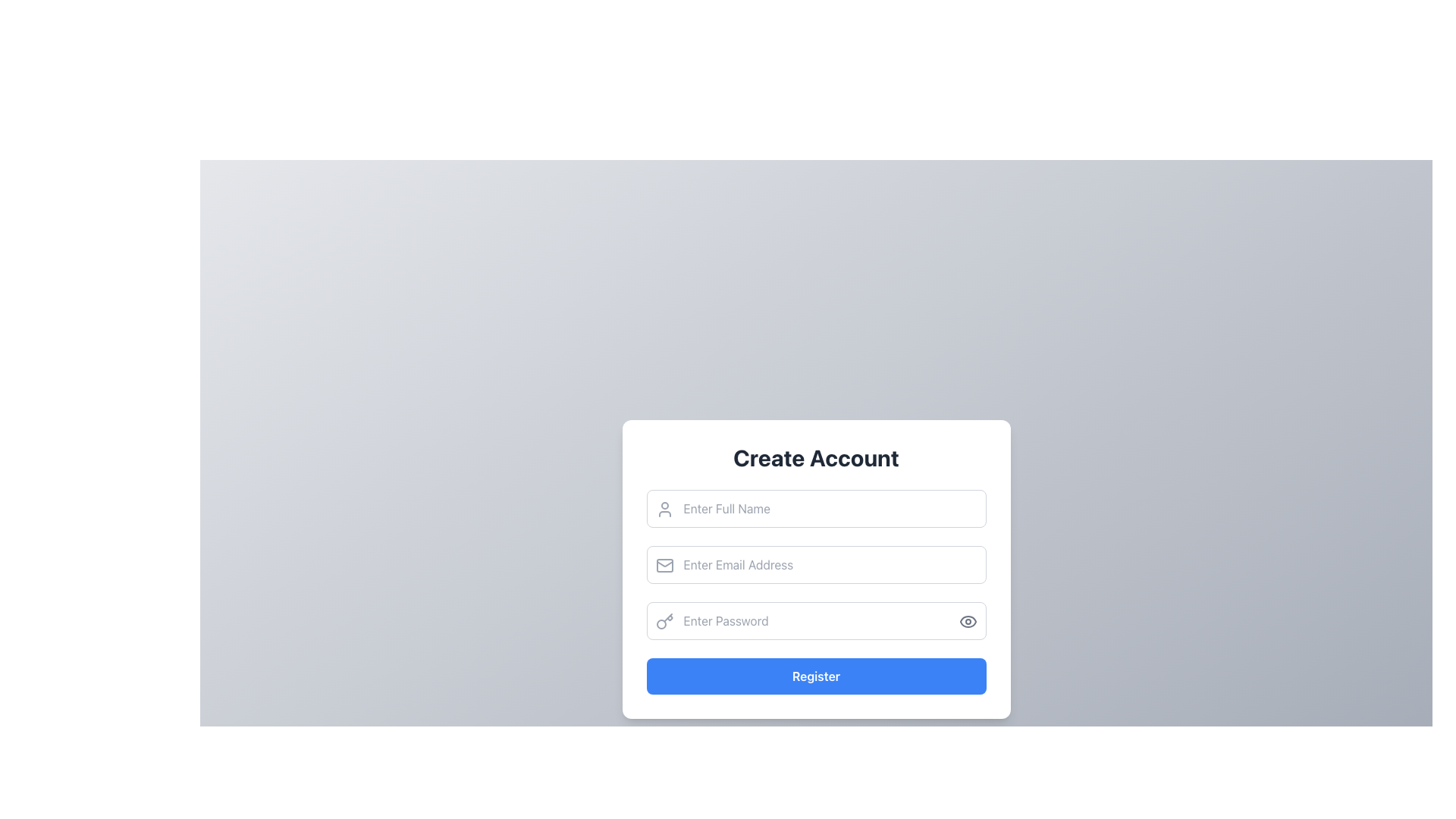 Image resolution: width=1456 pixels, height=819 pixels. I want to click on the eye icon located on the right side of the 'Enter Password' input field, so click(967, 622).